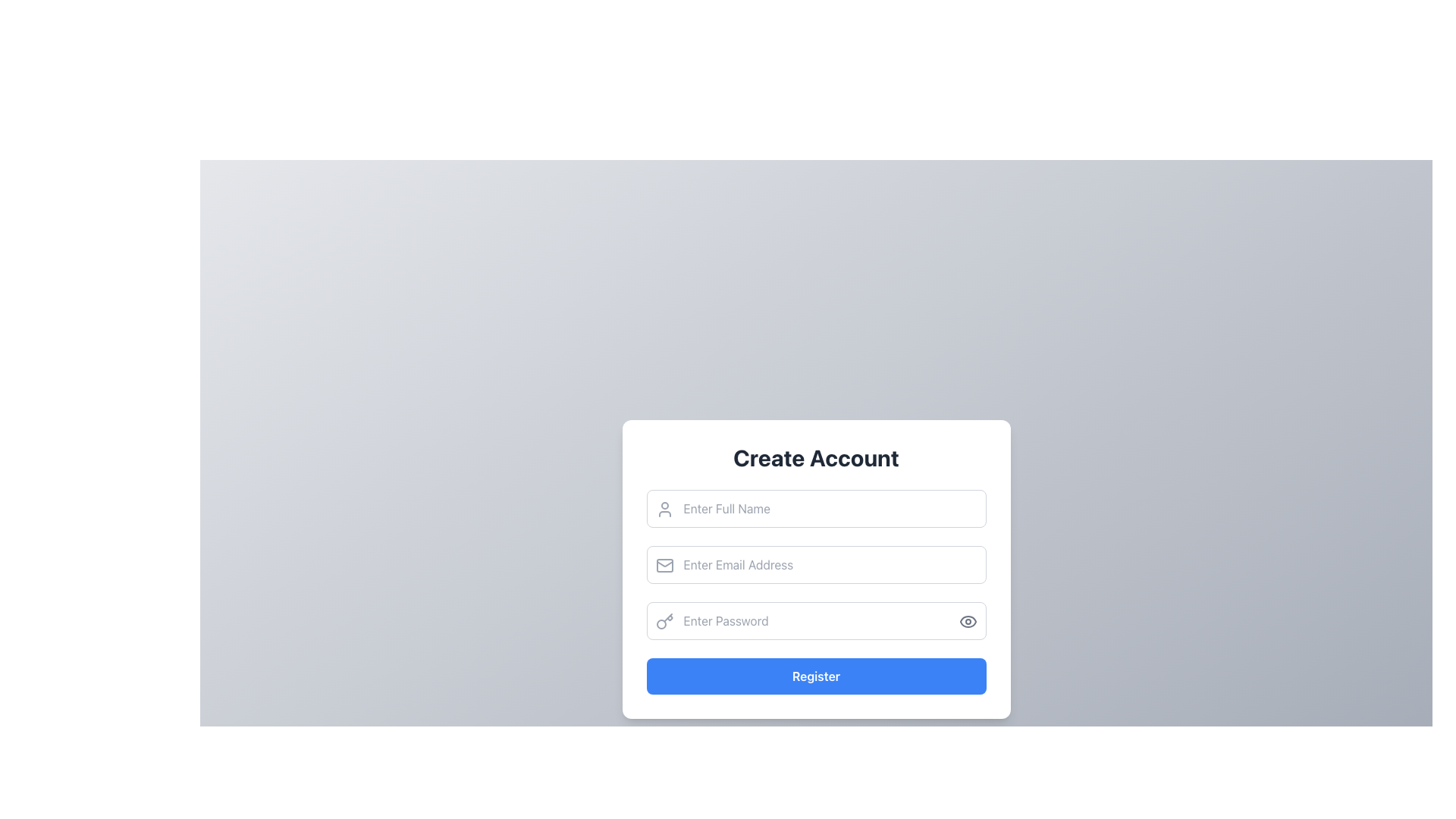 Image resolution: width=1456 pixels, height=819 pixels. I want to click on the eye icon located on the right side of the 'Enter Password' input field, so click(967, 622).